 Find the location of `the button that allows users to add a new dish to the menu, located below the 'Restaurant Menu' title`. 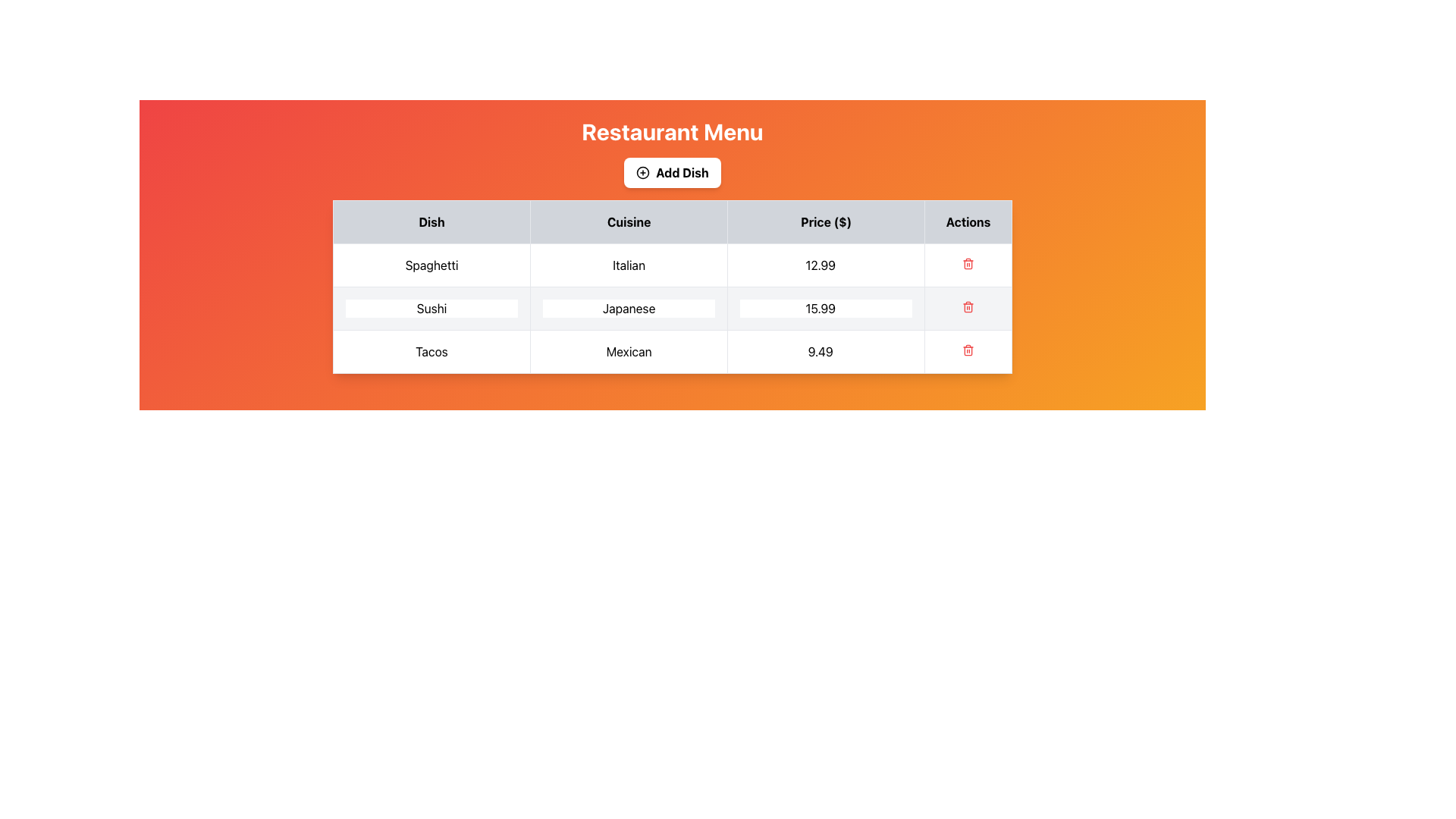

the button that allows users to add a new dish to the menu, located below the 'Restaurant Menu' title is located at coordinates (672, 171).